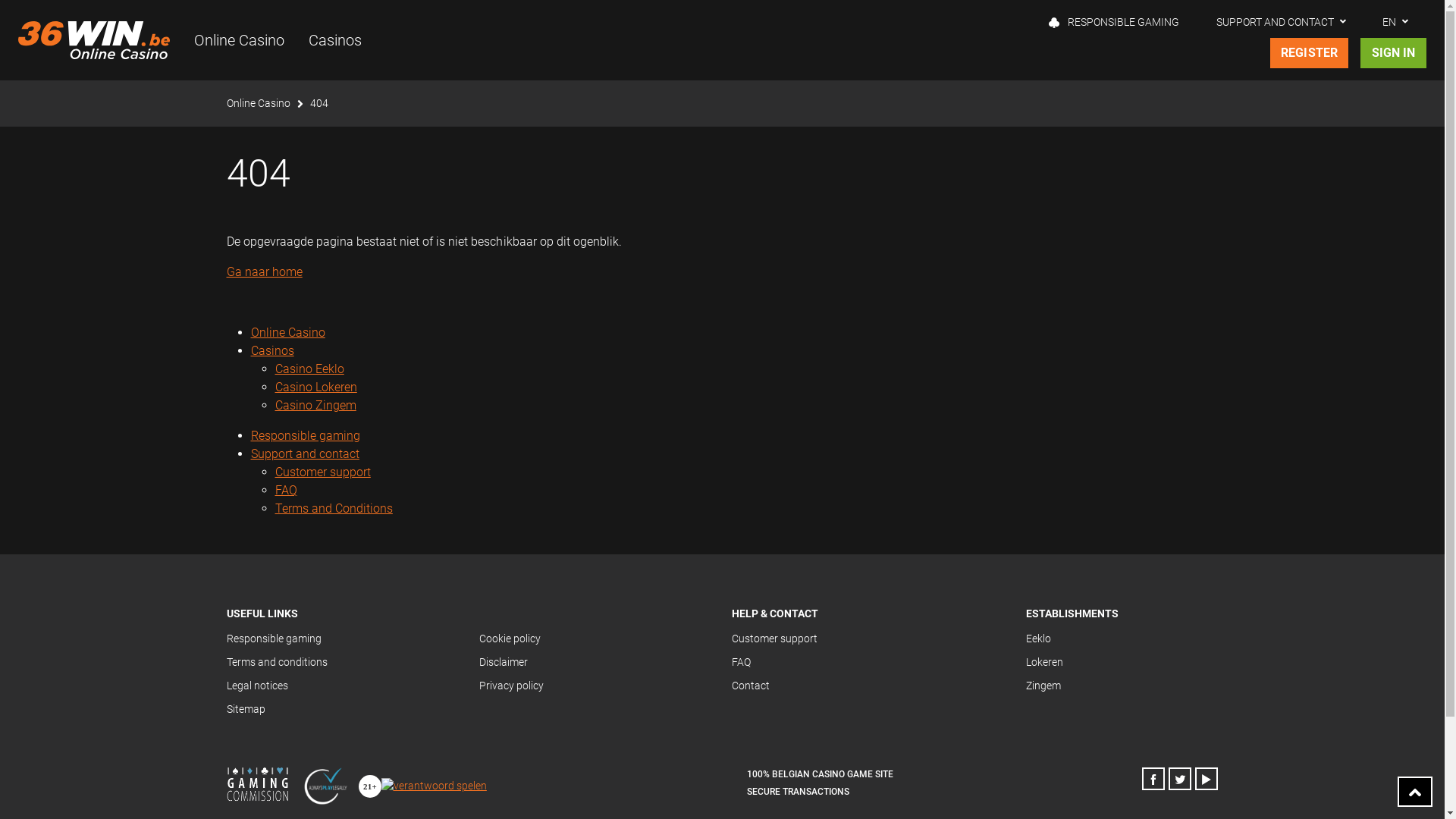  Describe the element at coordinates (1113, 22) in the screenshot. I see `'RESPONSIBLE GAMING'` at that location.